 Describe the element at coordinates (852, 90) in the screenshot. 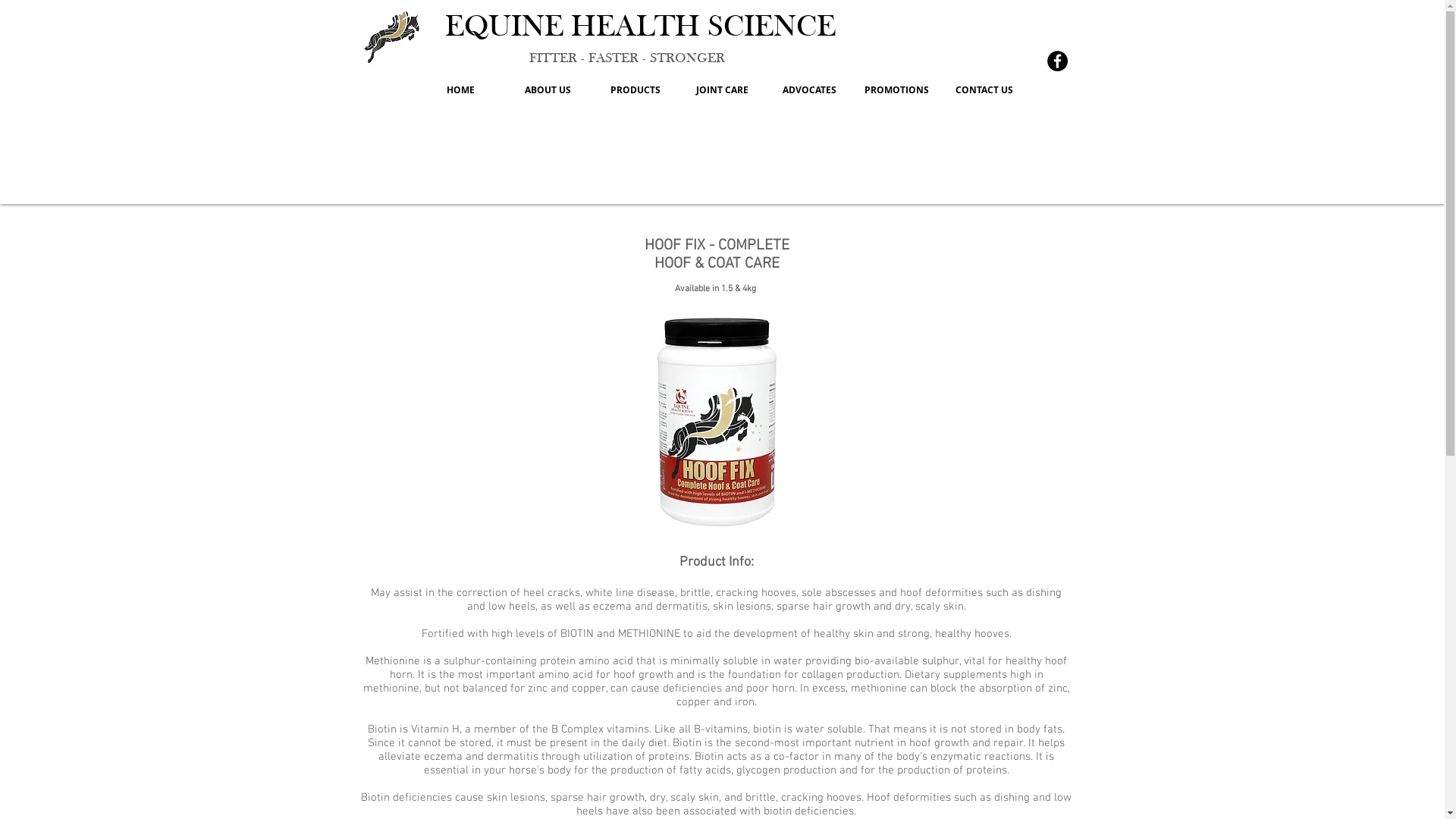

I see `'PROMOTIONS'` at that location.